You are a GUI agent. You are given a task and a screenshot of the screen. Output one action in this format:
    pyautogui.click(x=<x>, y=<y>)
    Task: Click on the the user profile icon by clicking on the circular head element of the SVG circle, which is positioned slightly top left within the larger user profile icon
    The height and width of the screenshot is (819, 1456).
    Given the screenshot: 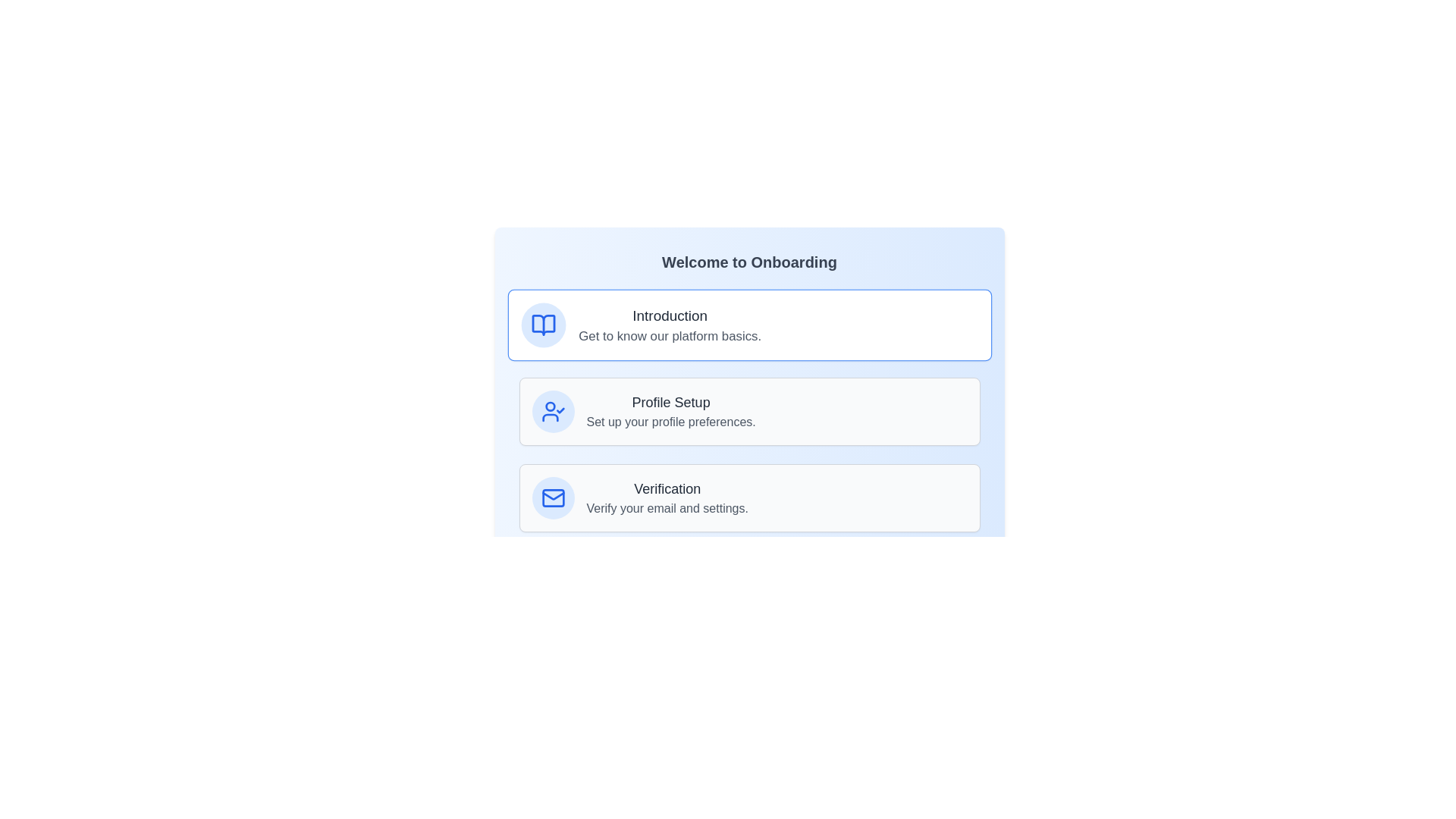 What is the action you would take?
    pyautogui.click(x=549, y=406)
    